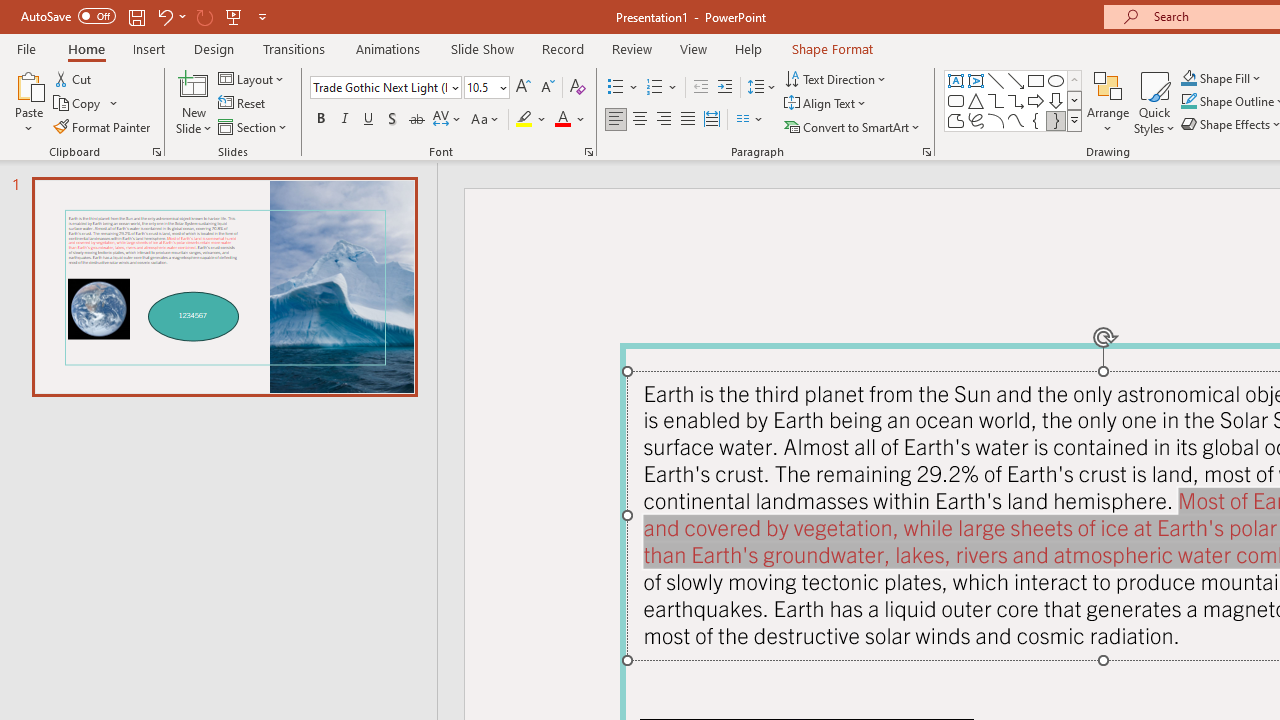 The width and height of the screenshot is (1280, 720). I want to click on 'Reset', so click(242, 103).